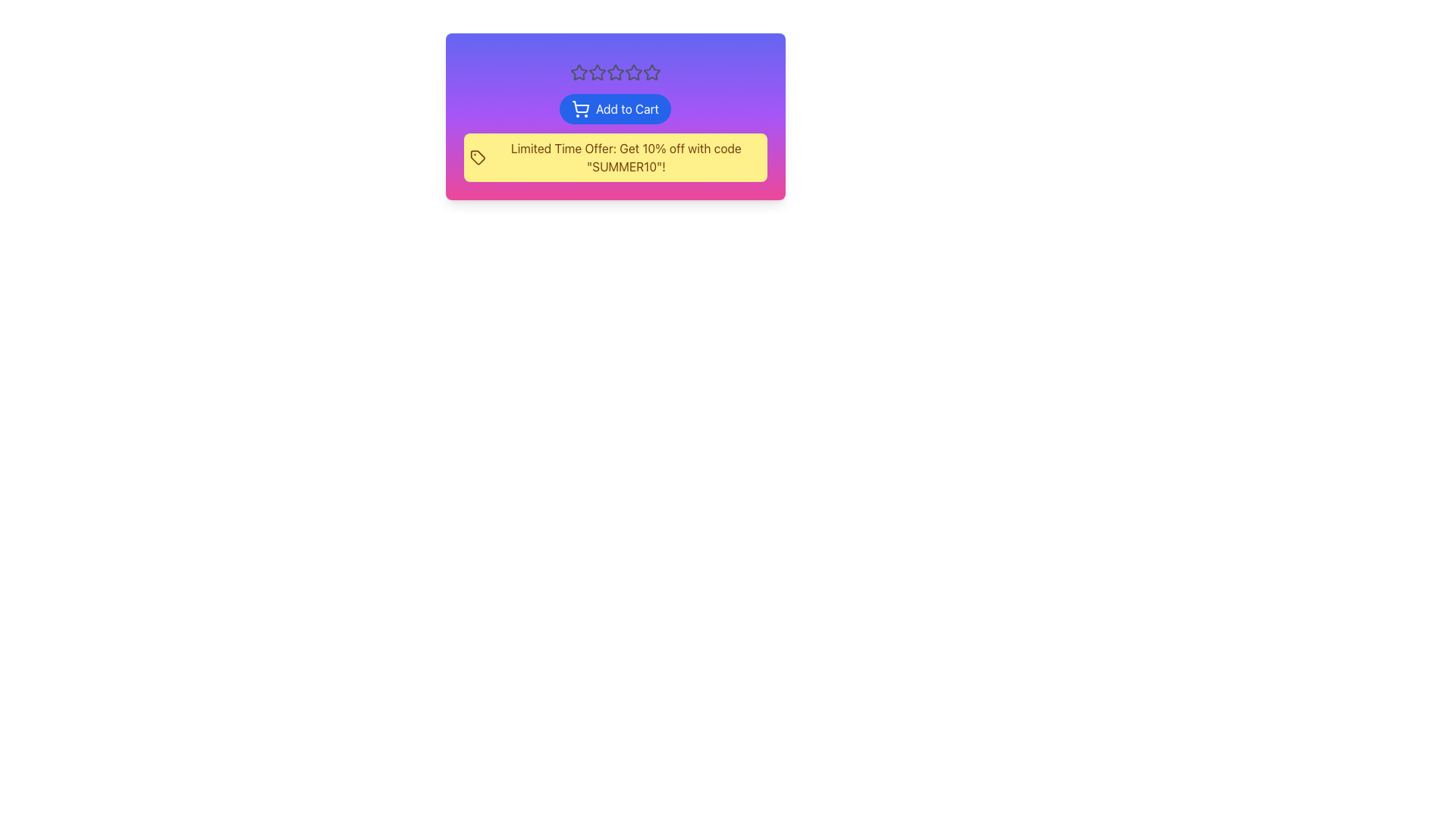 The height and width of the screenshot is (819, 1456). What do you see at coordinates (579, 108) in the screenshot?
I see `the 'Add to Cart' button, which is centrally located with an icon indicating its functionality` at bounding box center [579, 108].